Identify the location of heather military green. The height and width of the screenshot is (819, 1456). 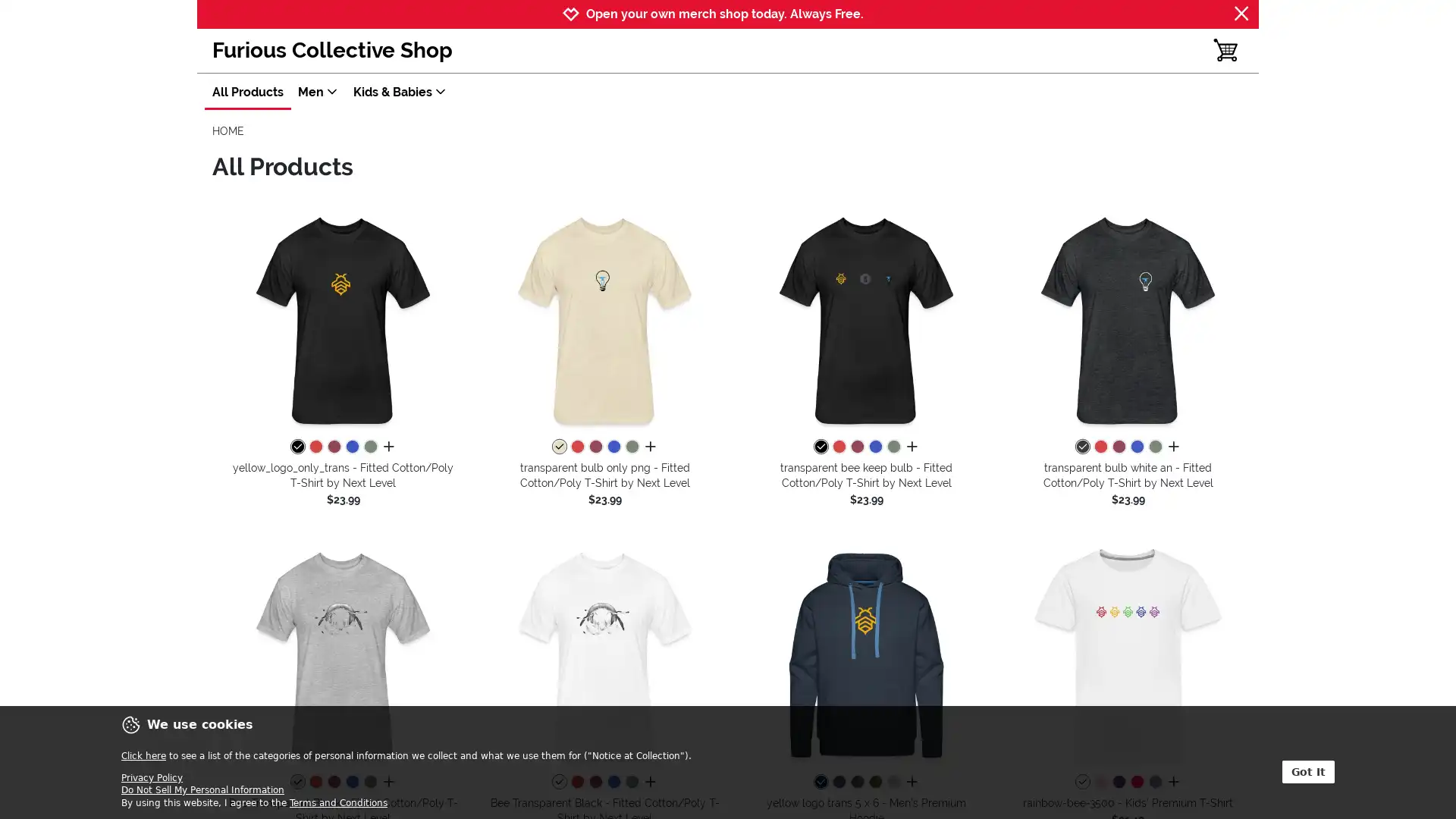
(893, 447).